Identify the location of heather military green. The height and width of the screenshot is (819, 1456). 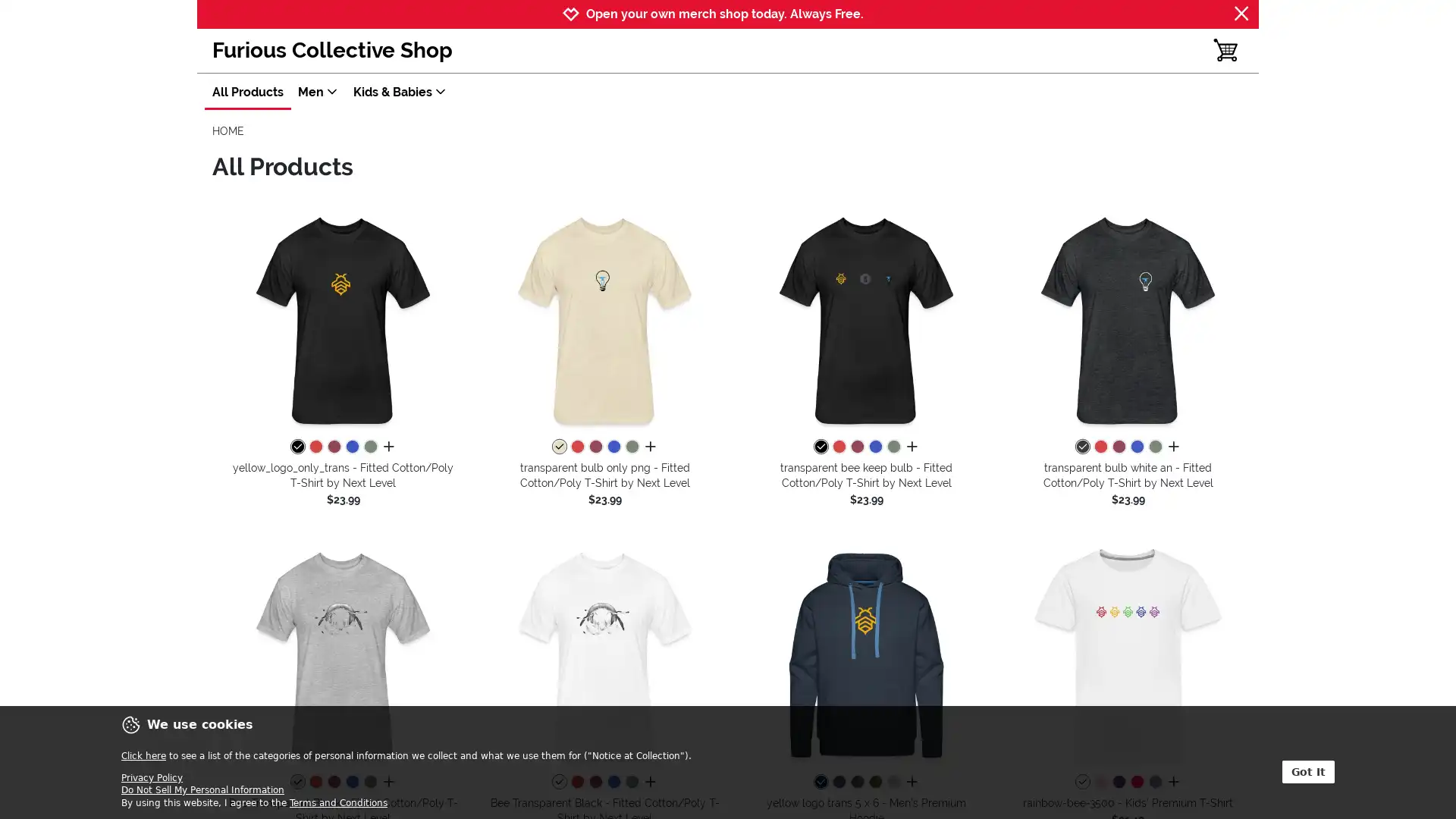
(893, 447).